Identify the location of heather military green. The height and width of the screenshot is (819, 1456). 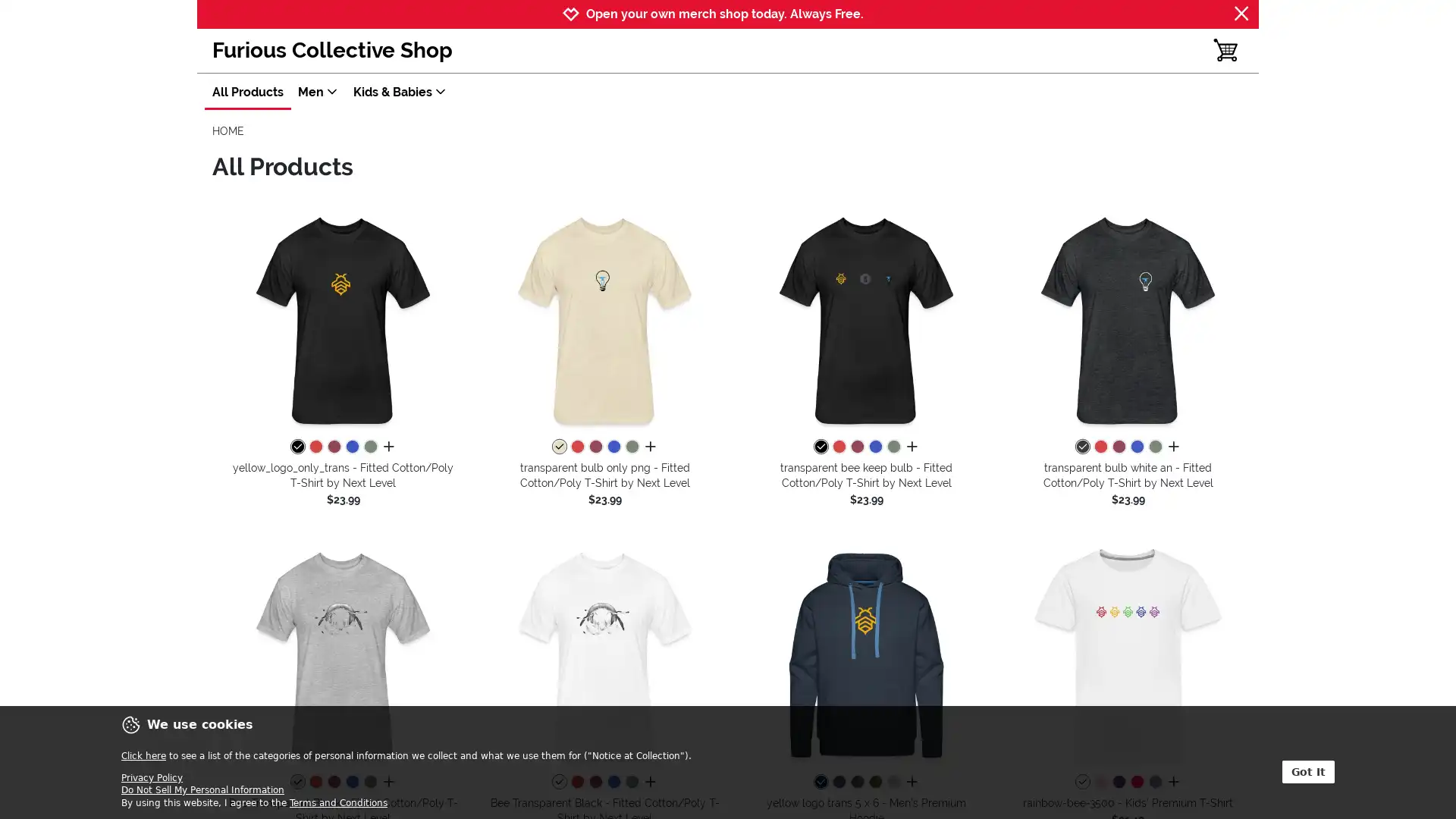
(893, 447).